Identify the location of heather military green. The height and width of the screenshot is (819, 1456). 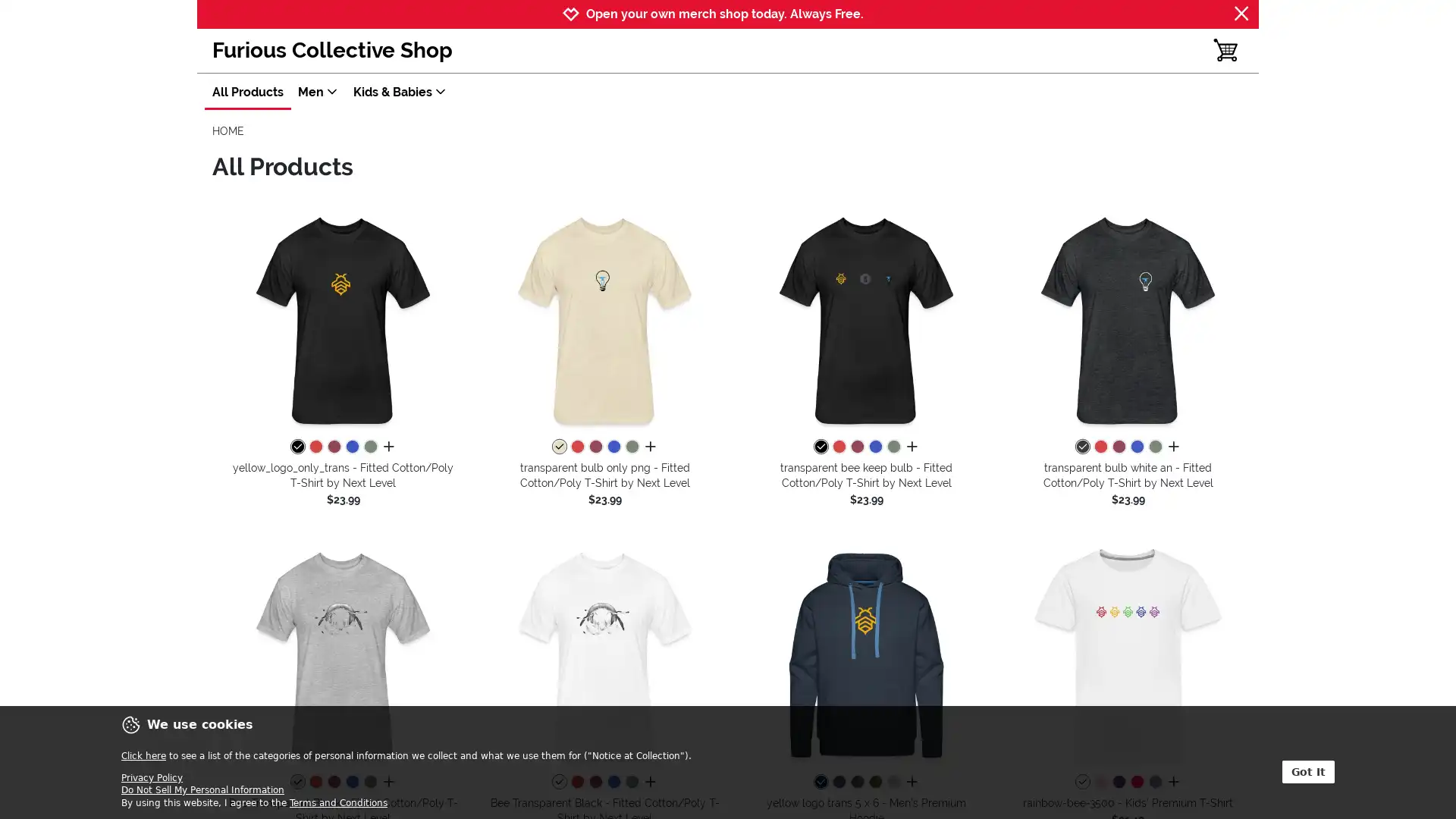
(893, 447).